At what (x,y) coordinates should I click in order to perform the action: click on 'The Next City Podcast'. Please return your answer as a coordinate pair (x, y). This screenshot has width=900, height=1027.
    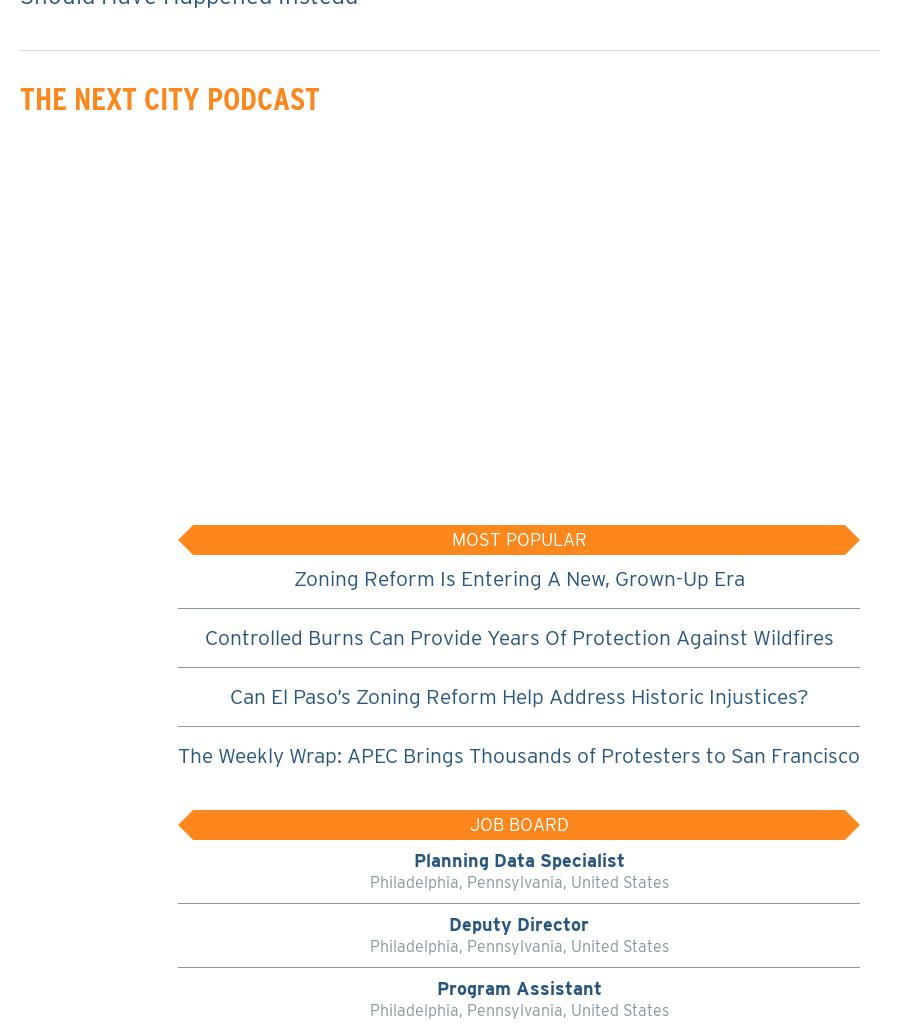
    Looking at the image, I should click on (170, 97).